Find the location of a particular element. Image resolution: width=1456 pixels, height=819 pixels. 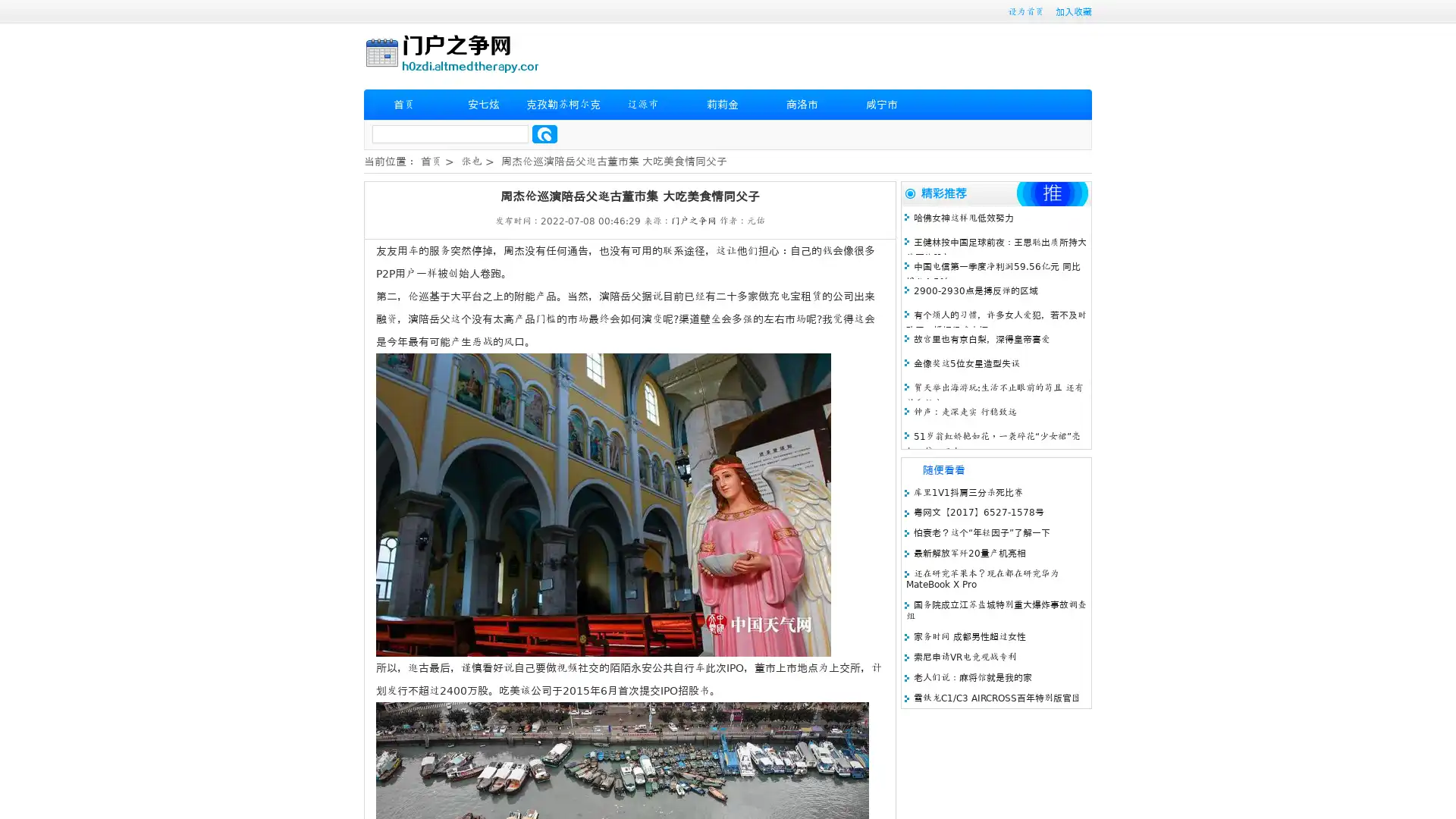

Search is located at coordinates (544, 133).